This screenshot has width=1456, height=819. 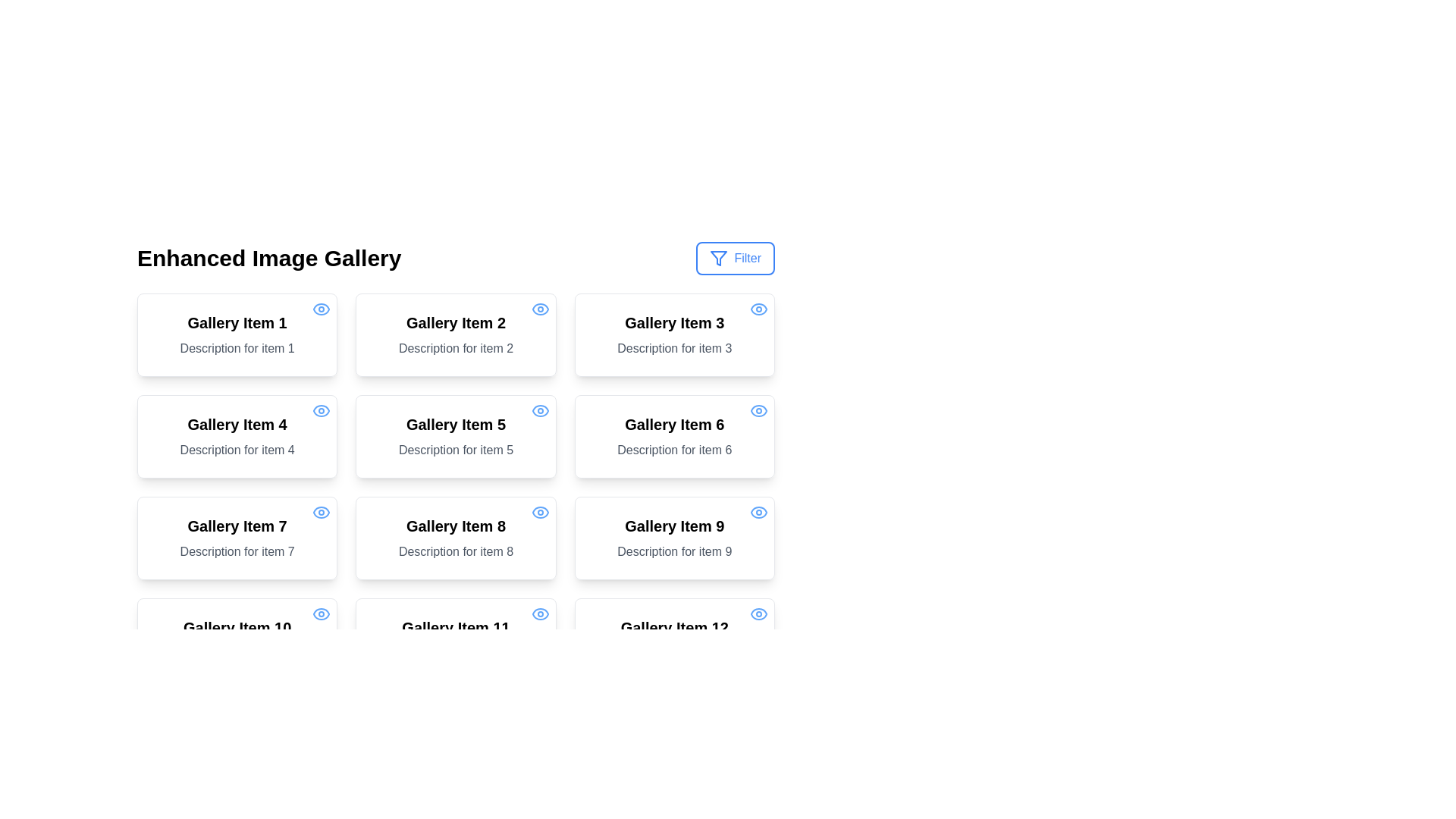 I want to click on the blue eye icon located in the top-right corner of the card labeled 'Gallery Item 6' to interact with its functionality, so click(x=759, y=411).